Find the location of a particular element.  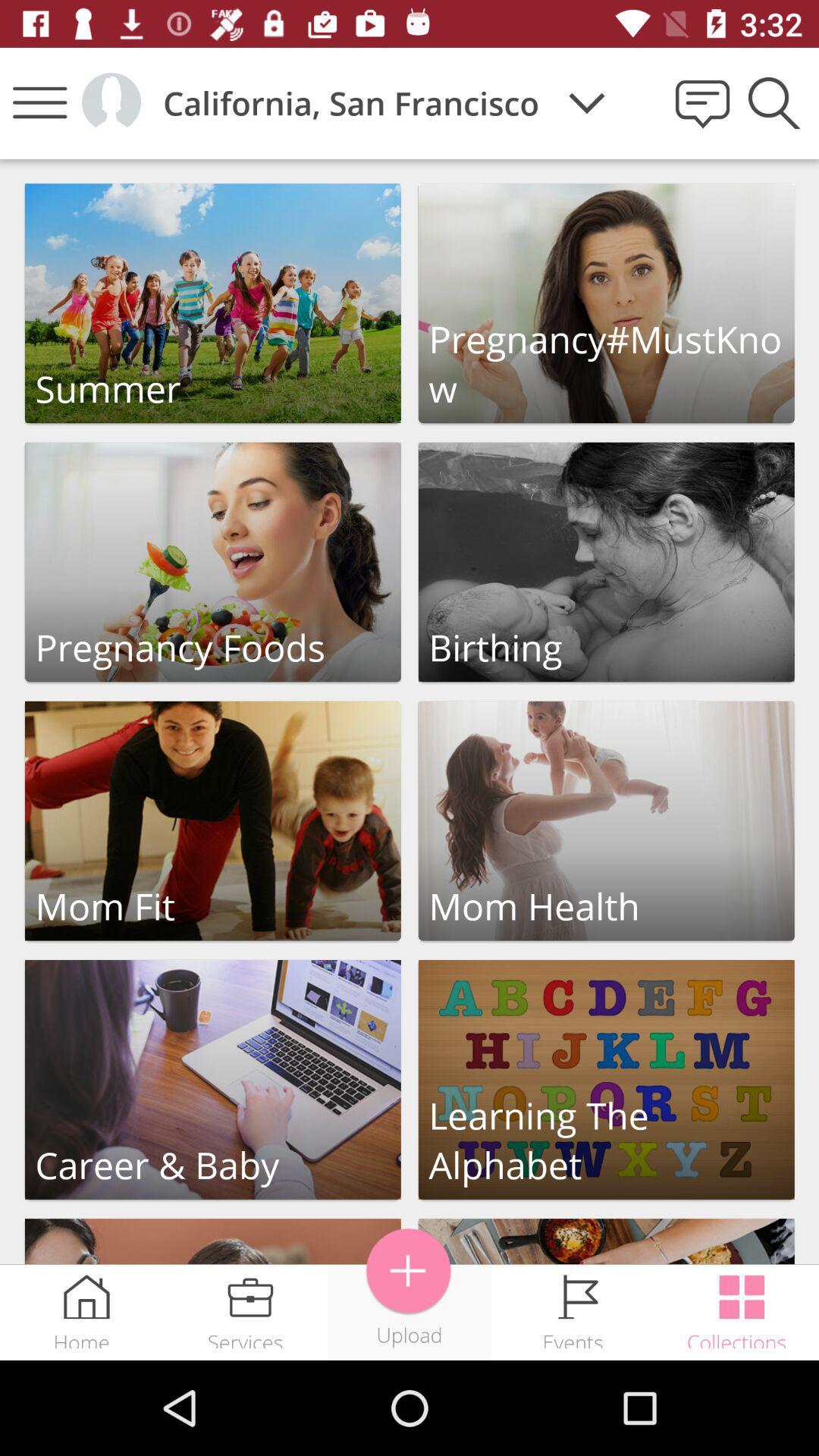

learning the alphabet is located at coordinates (605, 1078).